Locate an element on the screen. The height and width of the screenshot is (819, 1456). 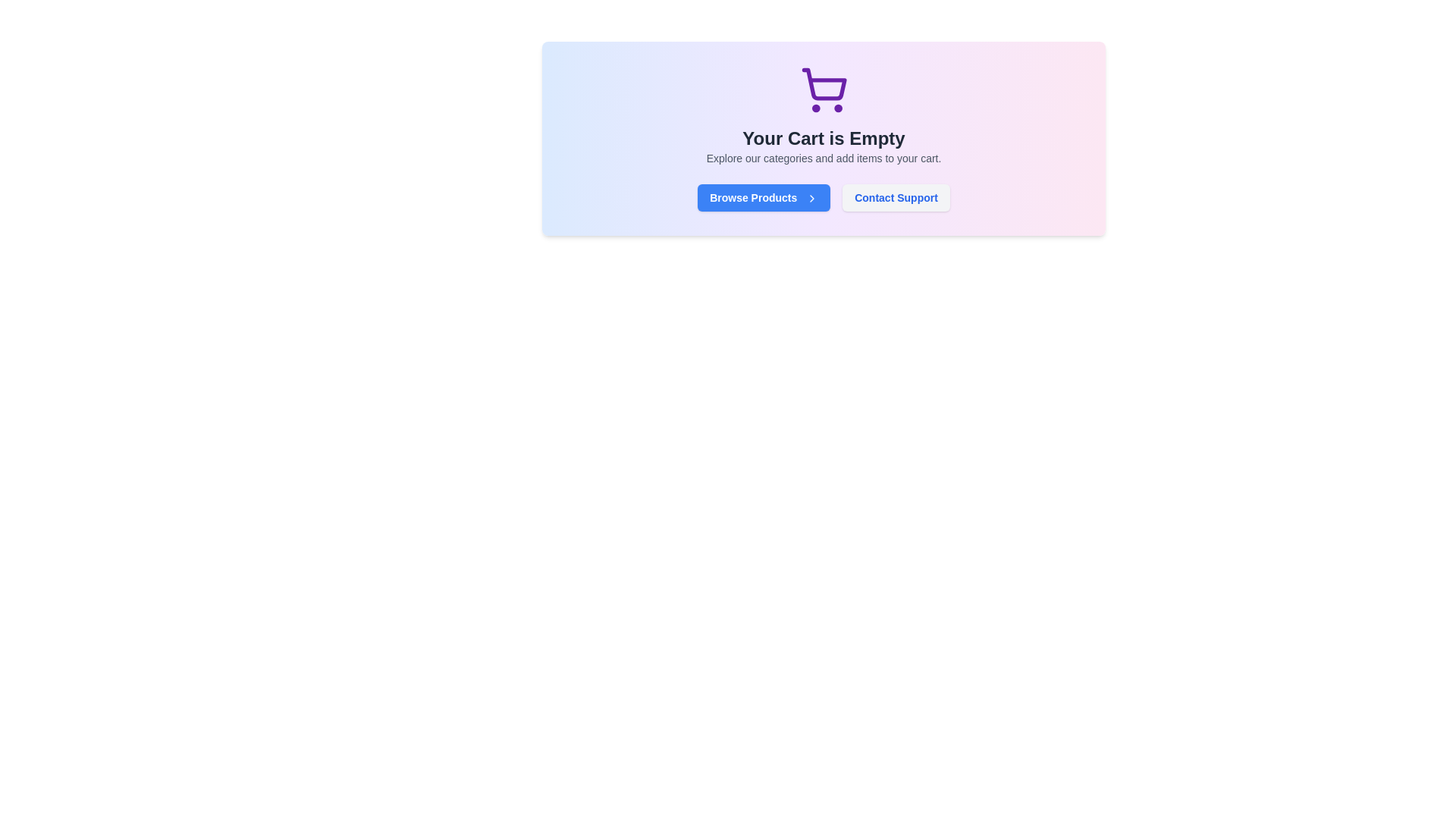
the bold text display that says 'Your Cart is Empty', which is centrally positioned within a rounded, gradient-shaded box is located at coordinates (823, 138).